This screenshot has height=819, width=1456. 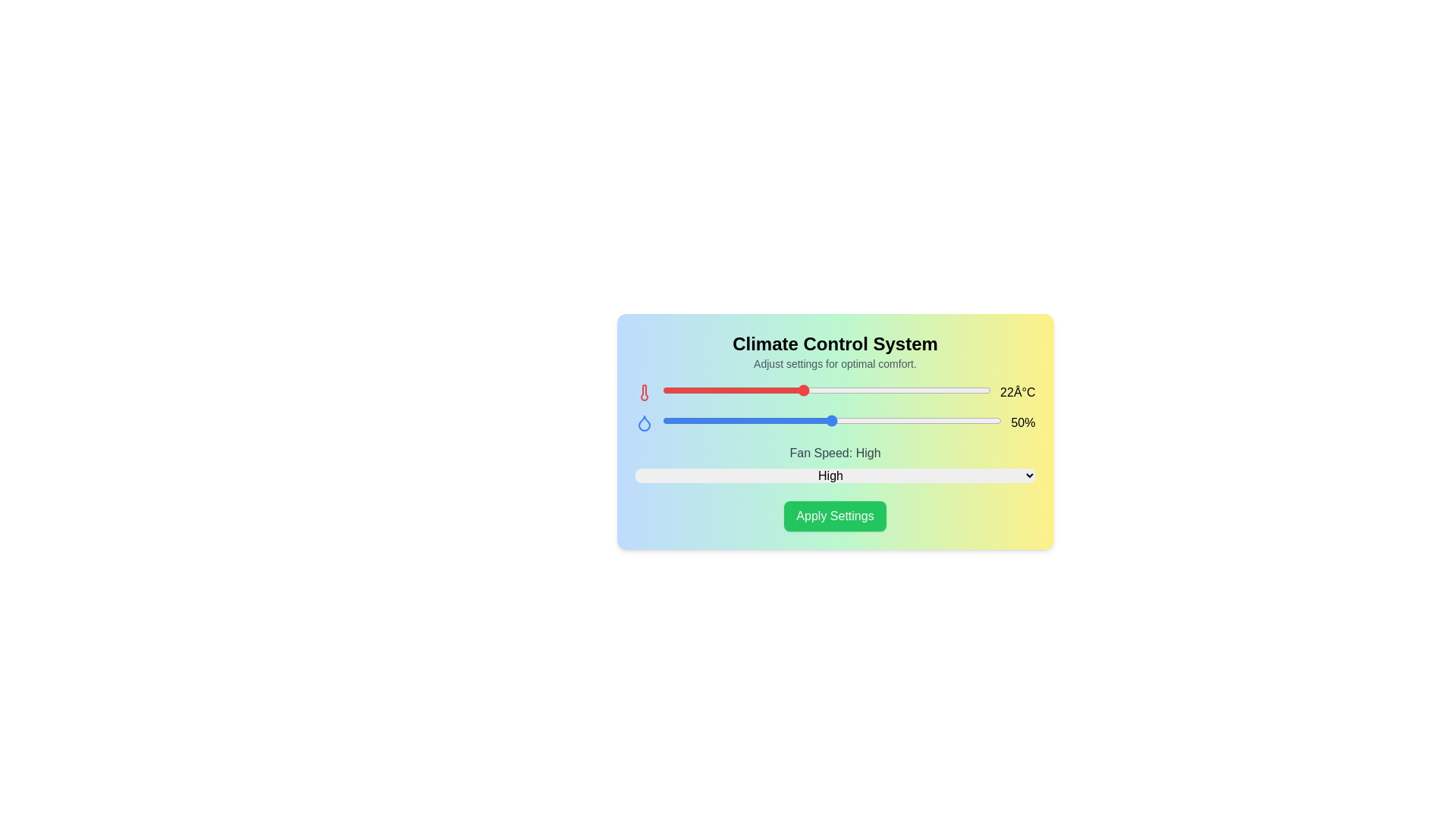 What do you see at coordinates (848, 421) in the screenshot?
I see `the humidity slider to 52%` at bounding box center [848, 421].